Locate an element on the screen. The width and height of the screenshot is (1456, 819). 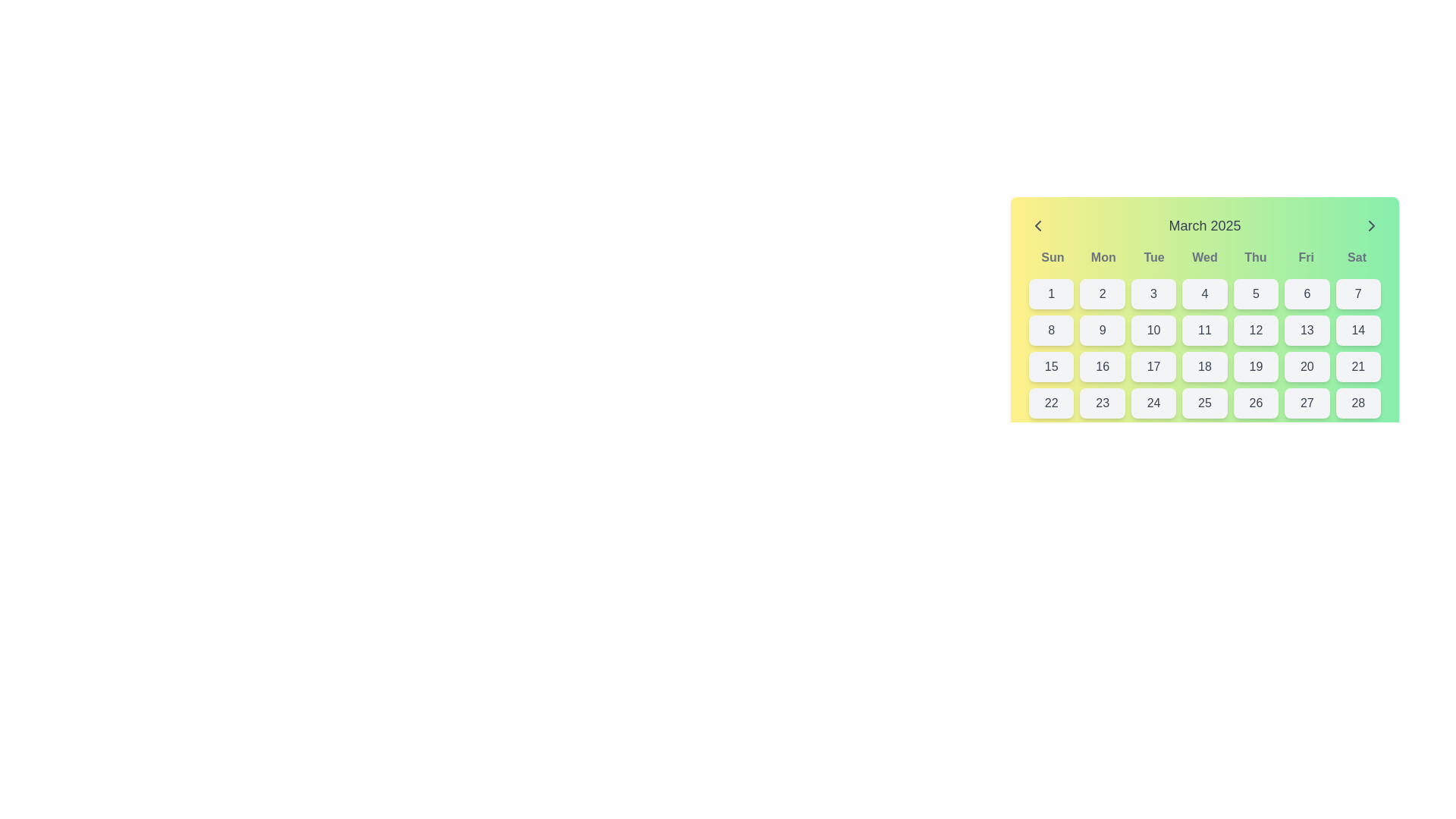
the text element that displays the currently selected month and year is located at coordinates (1203, 225).